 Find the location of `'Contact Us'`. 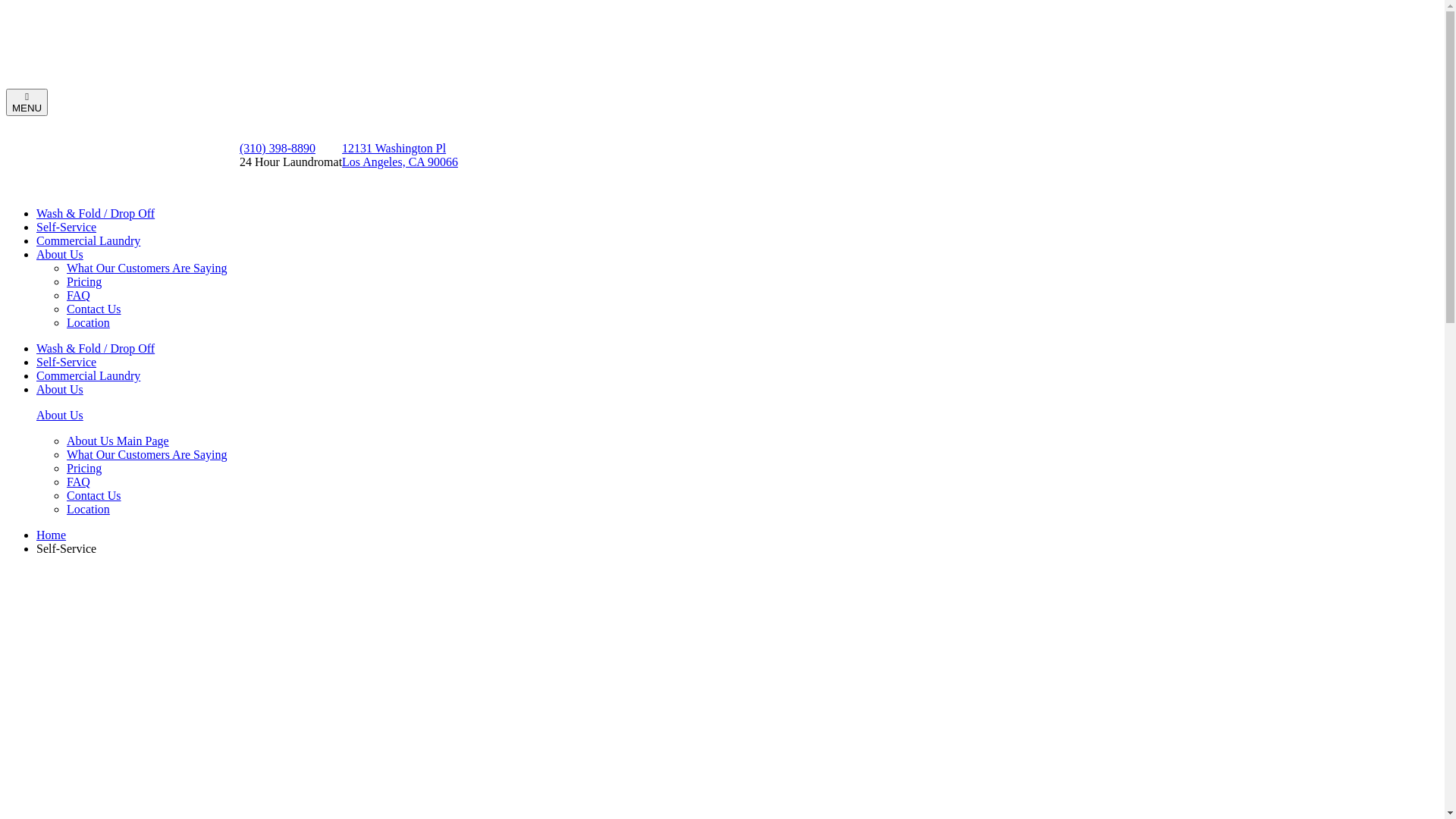

'Contact Us' is located at coordinates (93, 495).